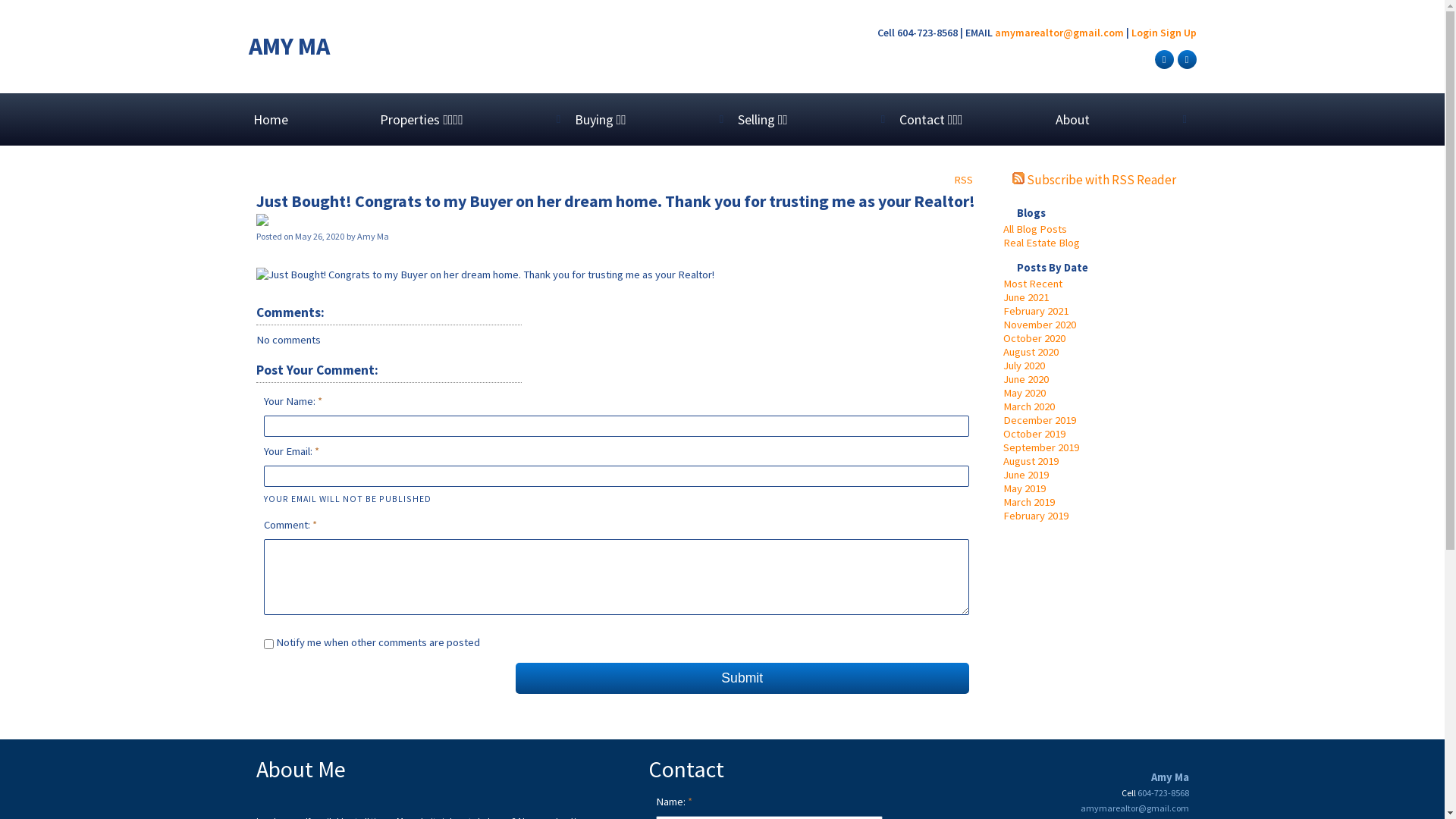 This screenshot has height=819, width=1456. Describe the element at coordinates (1031, 284) in the screenshot. I see `'Most Recent'` at that location.